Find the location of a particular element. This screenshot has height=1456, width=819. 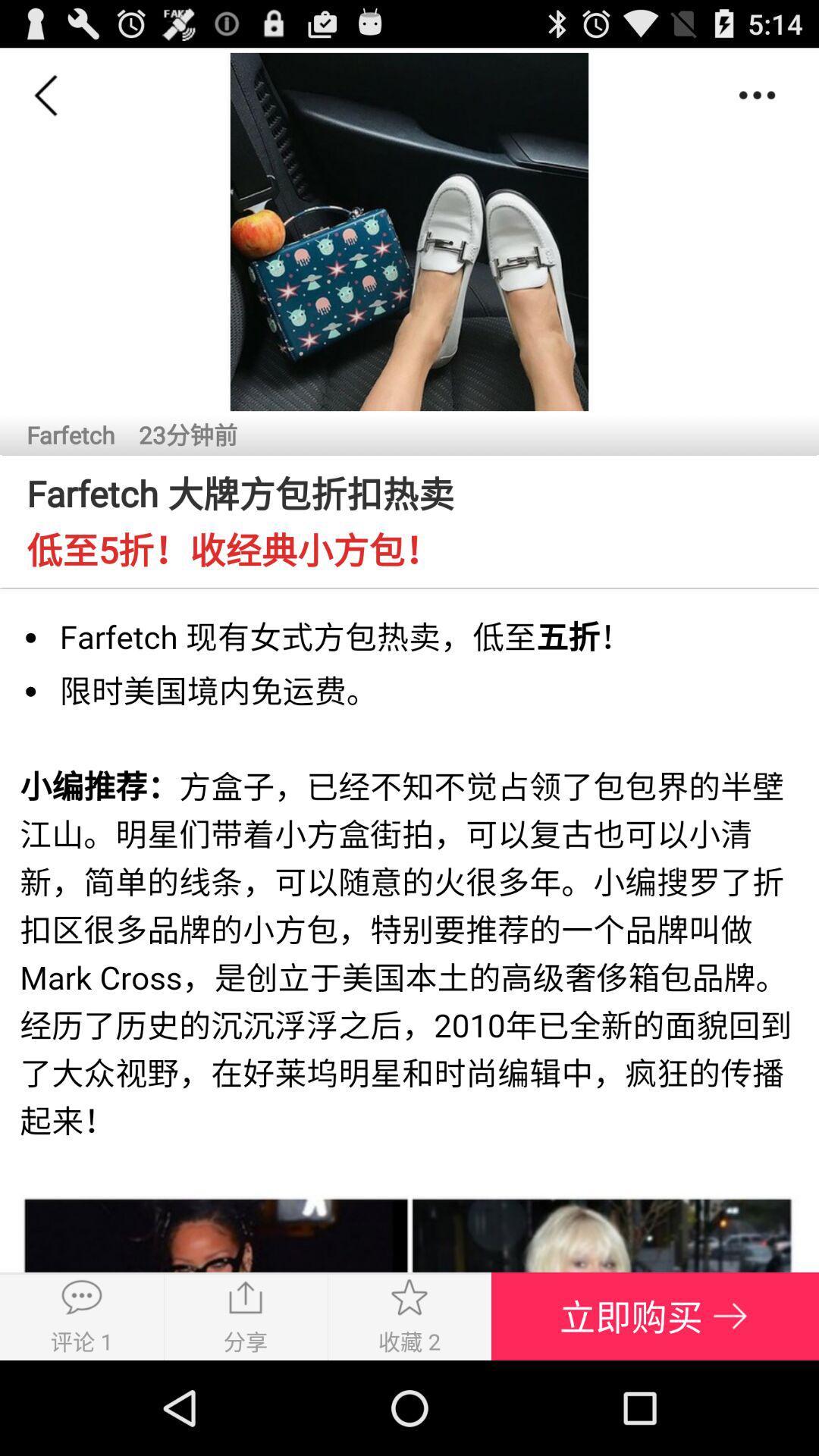

the arrow_backward icon is located at coordinates (45, 101).